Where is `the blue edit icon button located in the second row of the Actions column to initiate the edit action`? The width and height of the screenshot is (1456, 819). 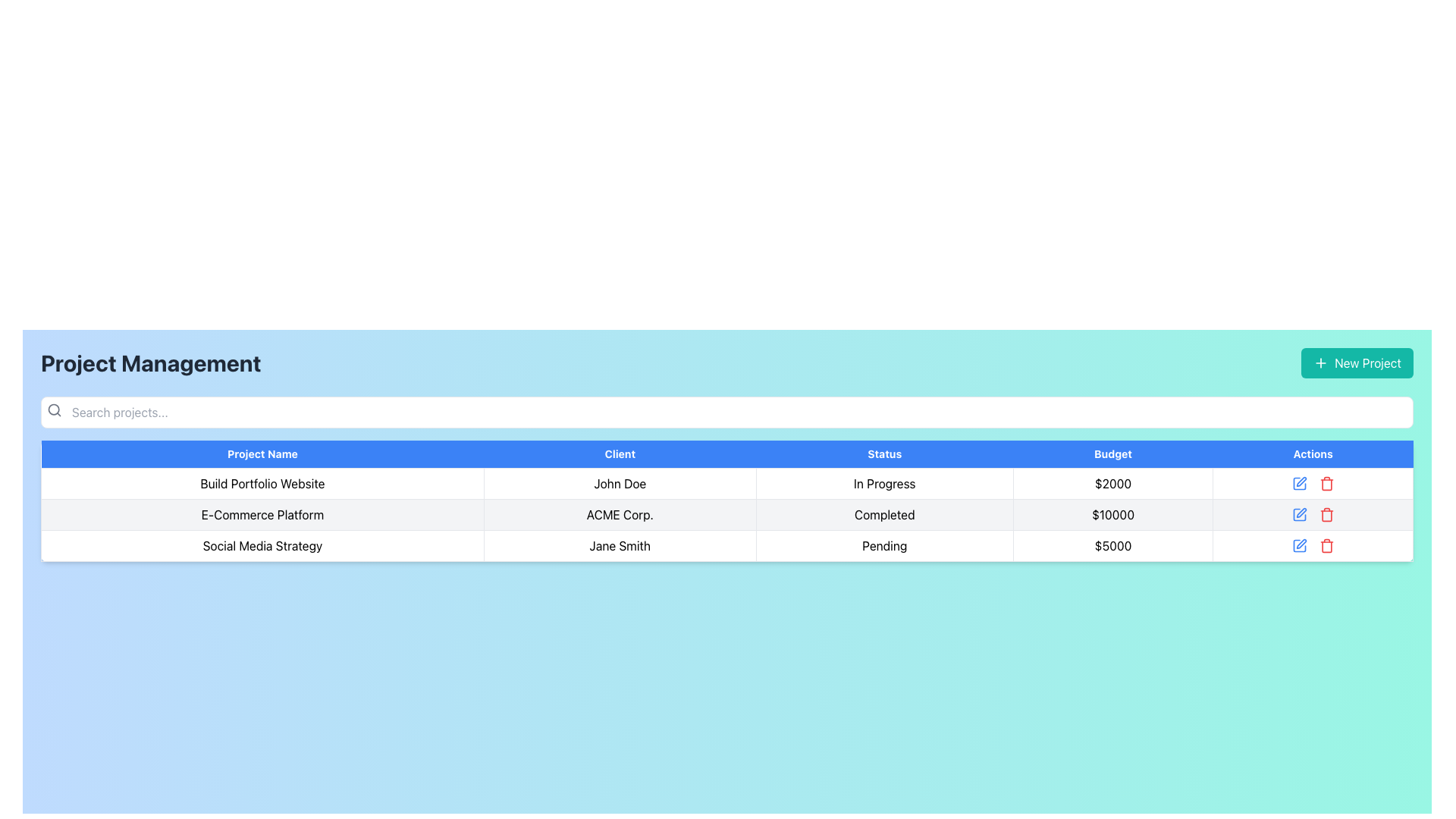 the blue edit icon button located in the second row of the Actions column to initiate the edit action is located at coordinates (1298, 513).